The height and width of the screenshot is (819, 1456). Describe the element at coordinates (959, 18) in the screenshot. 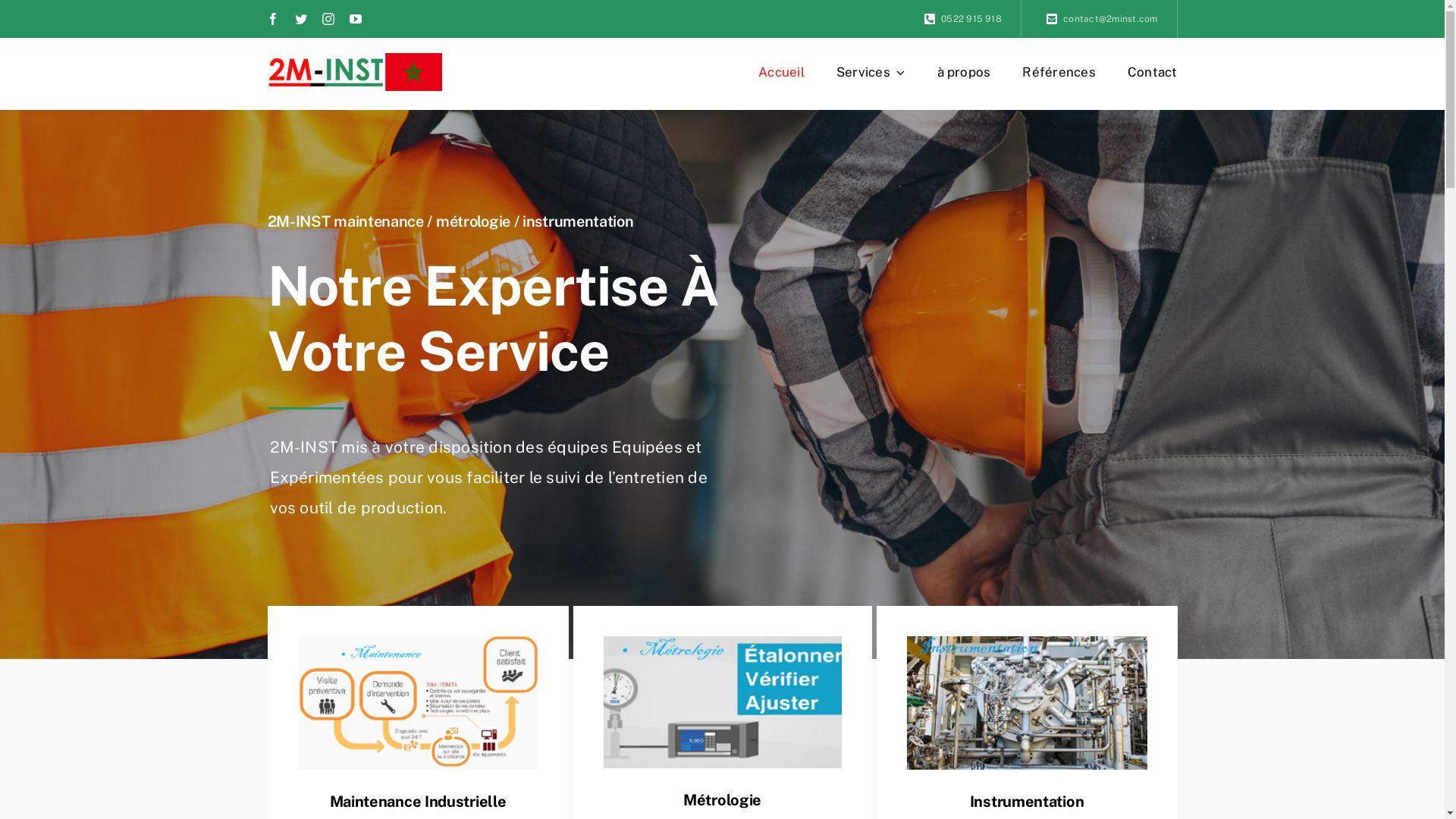

I see `'0522 915 918'` at that location.